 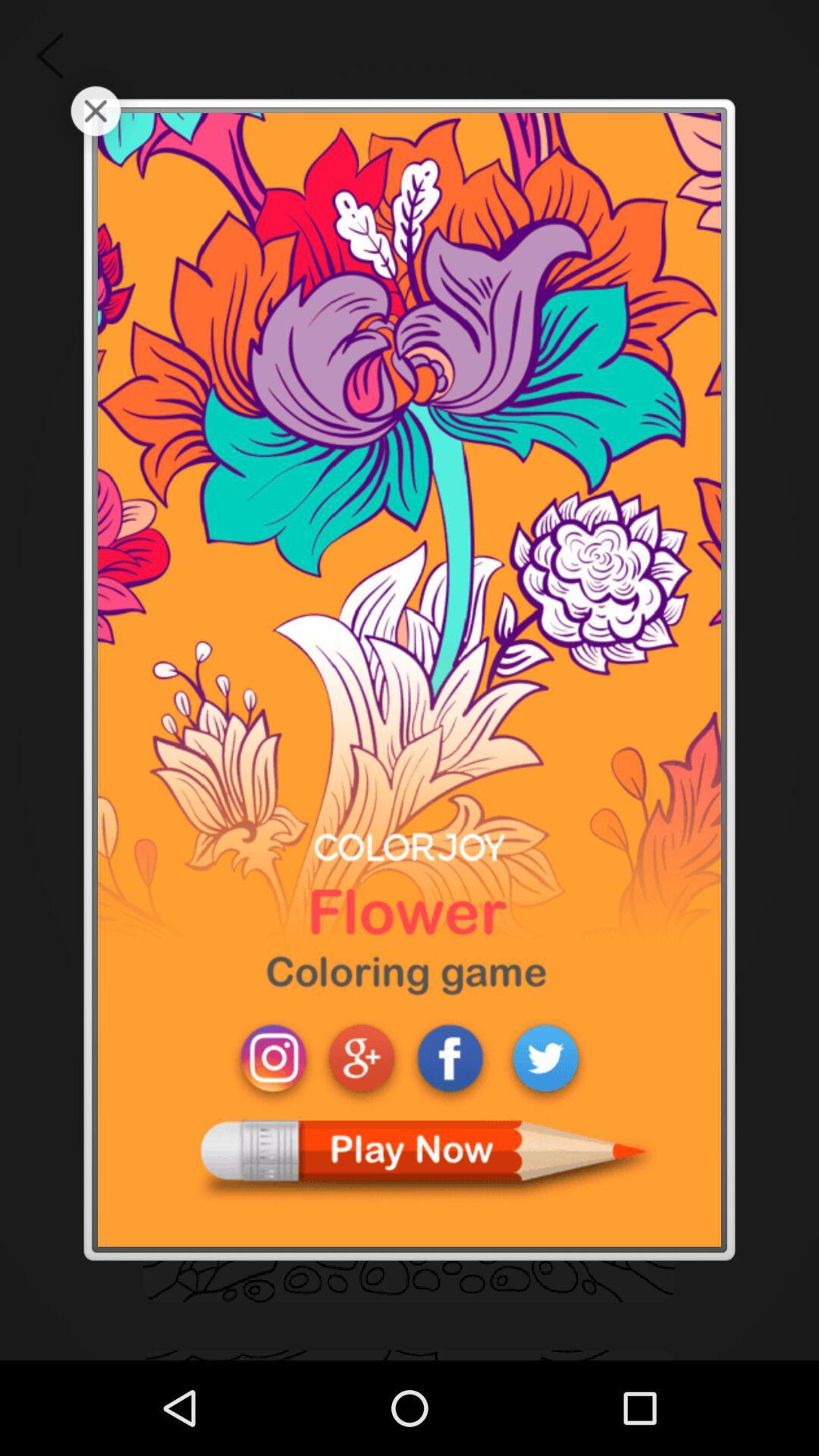 I want to click on choose the game, so click(x=409, y=679).